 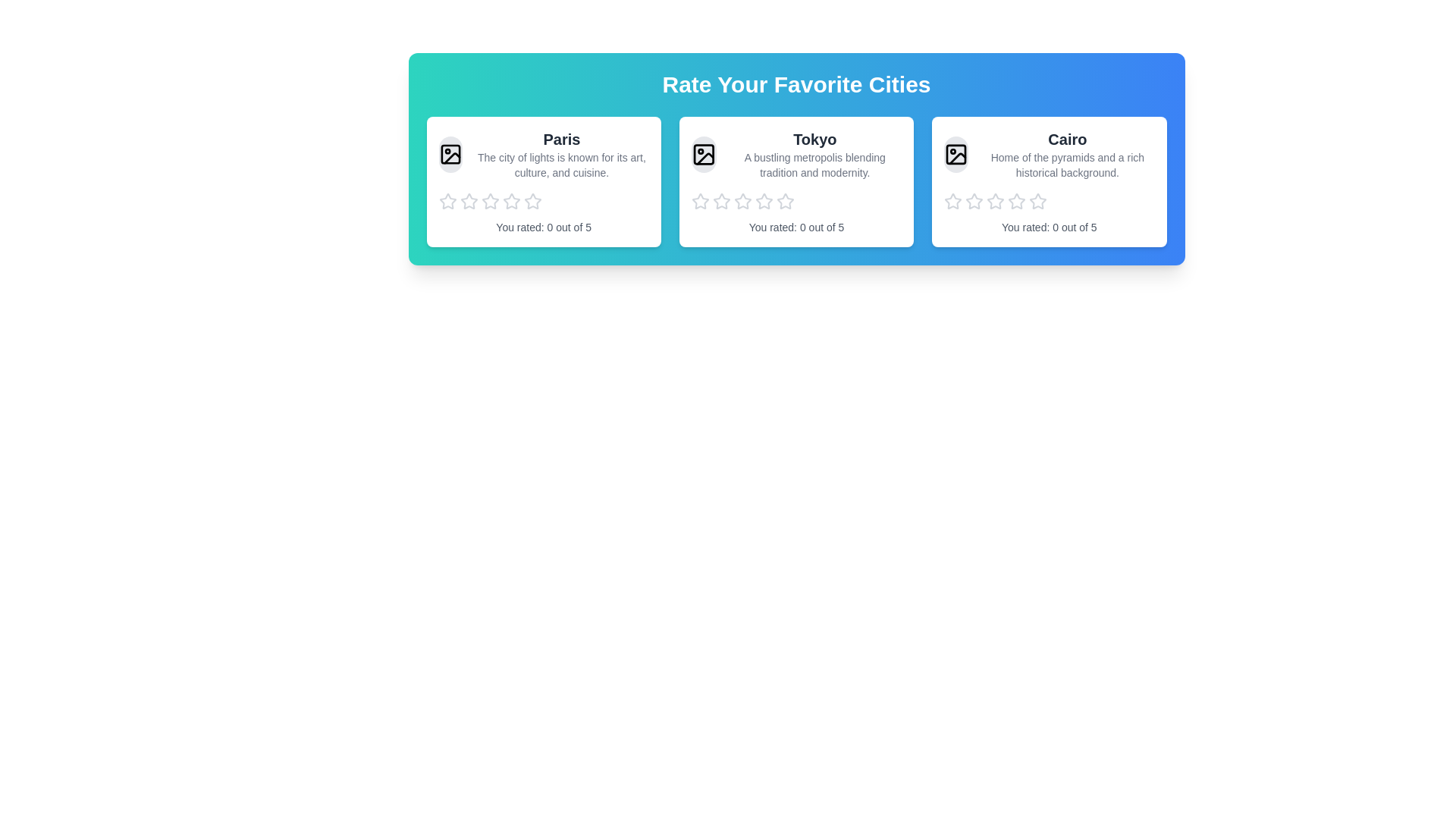 I want to click on the fourth star icon in the 'Paris' card, which allows the user to rate their experience about Paris, so click(x=532, y=200).